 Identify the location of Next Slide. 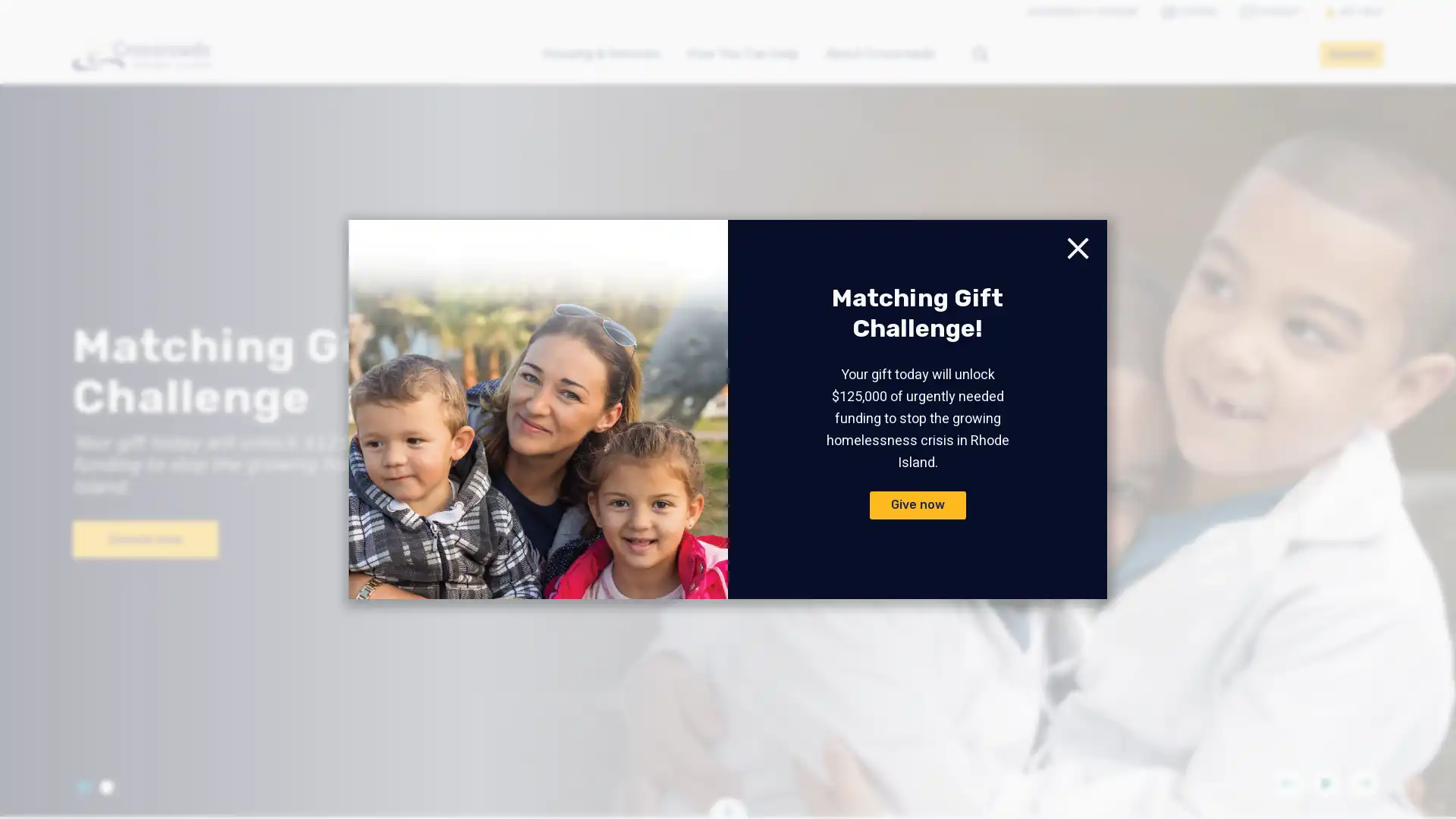
(1364, 783).